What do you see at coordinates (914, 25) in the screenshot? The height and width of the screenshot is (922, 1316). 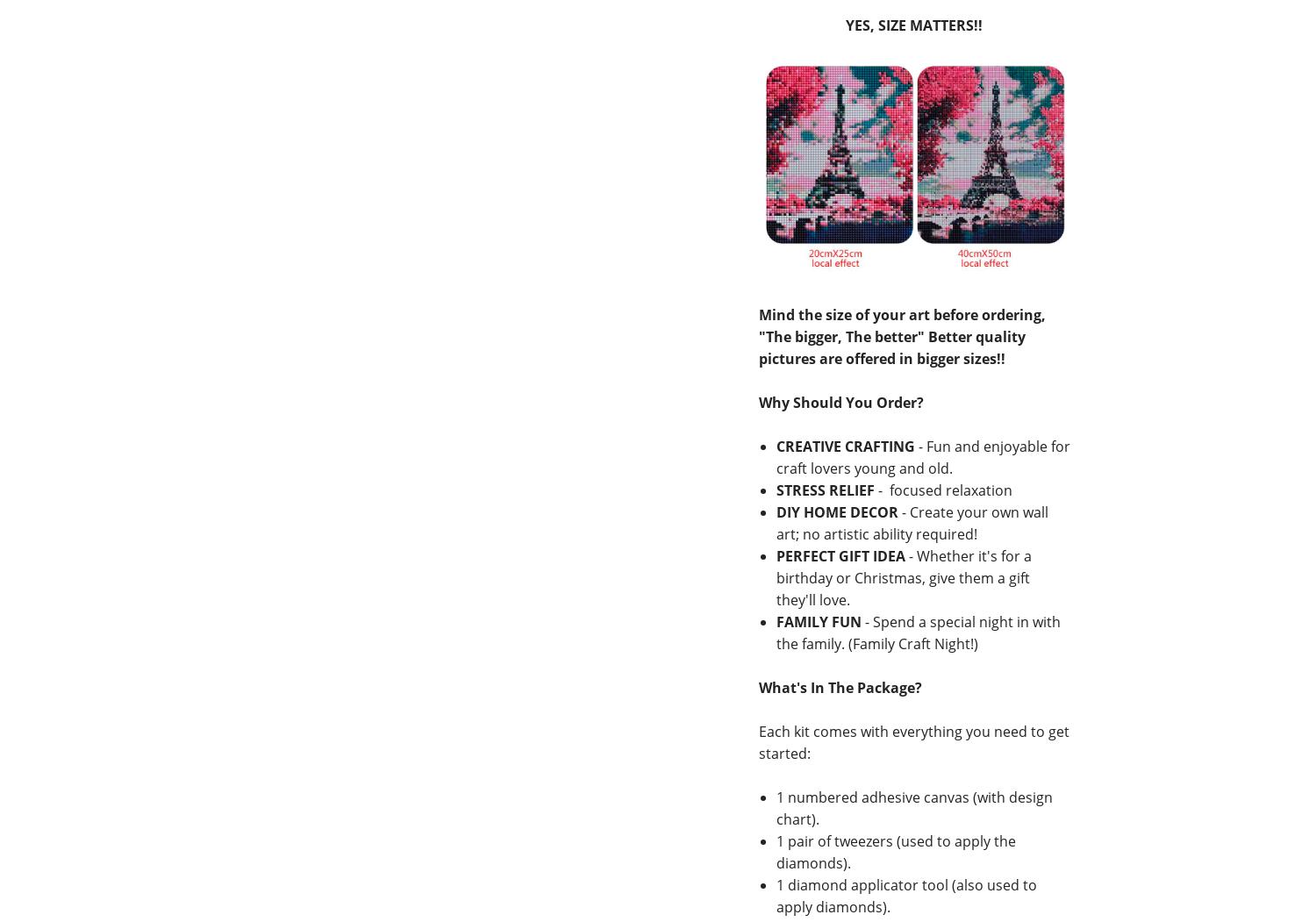 I see `'YES, SIZE MATTERS!!'` at bounding box center [914, 25].